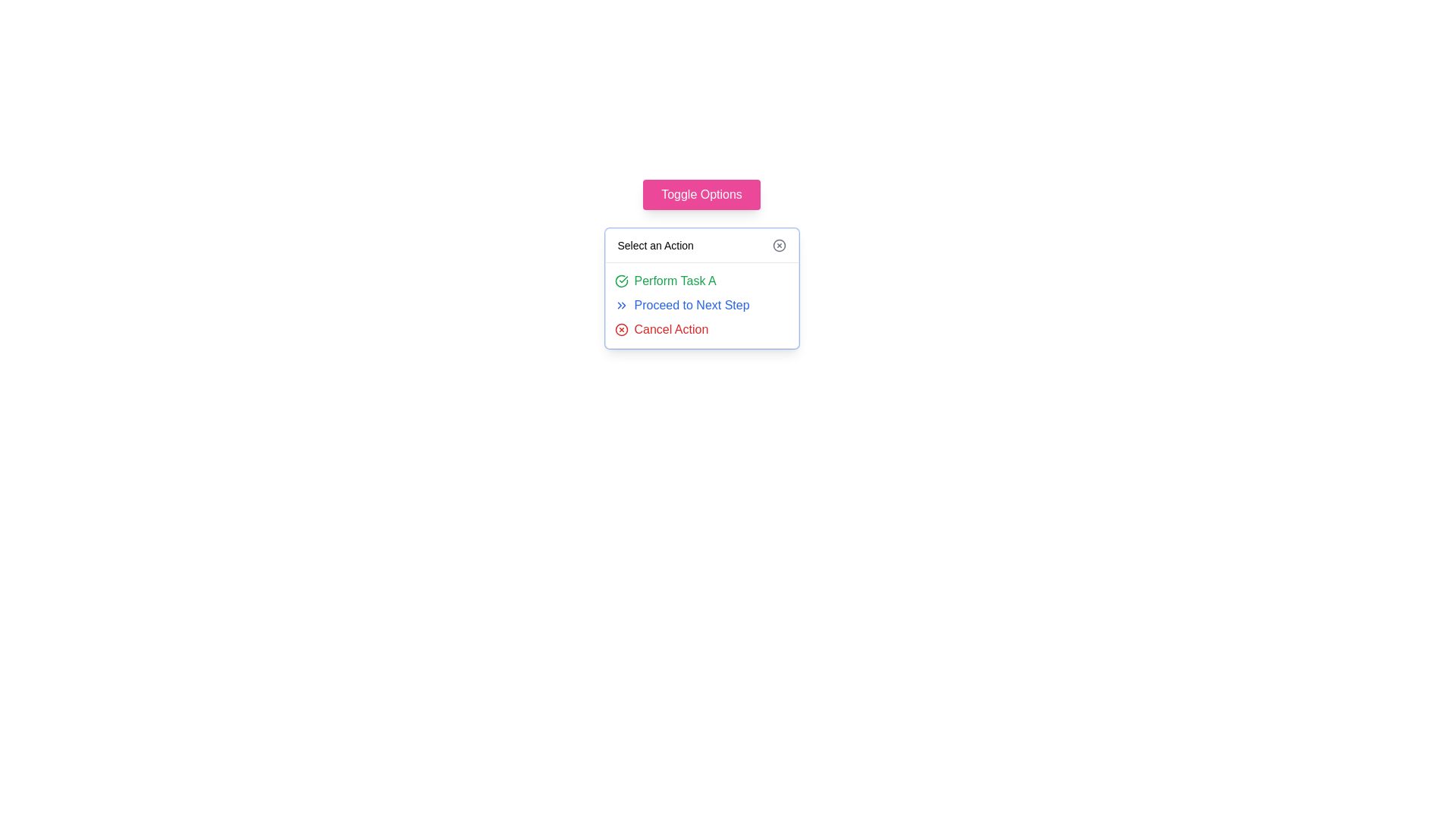 The width and height of the screenshot is (1456, 819). Describe the element at coordinates (779, 245) in the screenshot. I see `the circular outline element that is part of the cancel or close action icon, located at the far right of the header labeled 'Select an Action'` at that location.